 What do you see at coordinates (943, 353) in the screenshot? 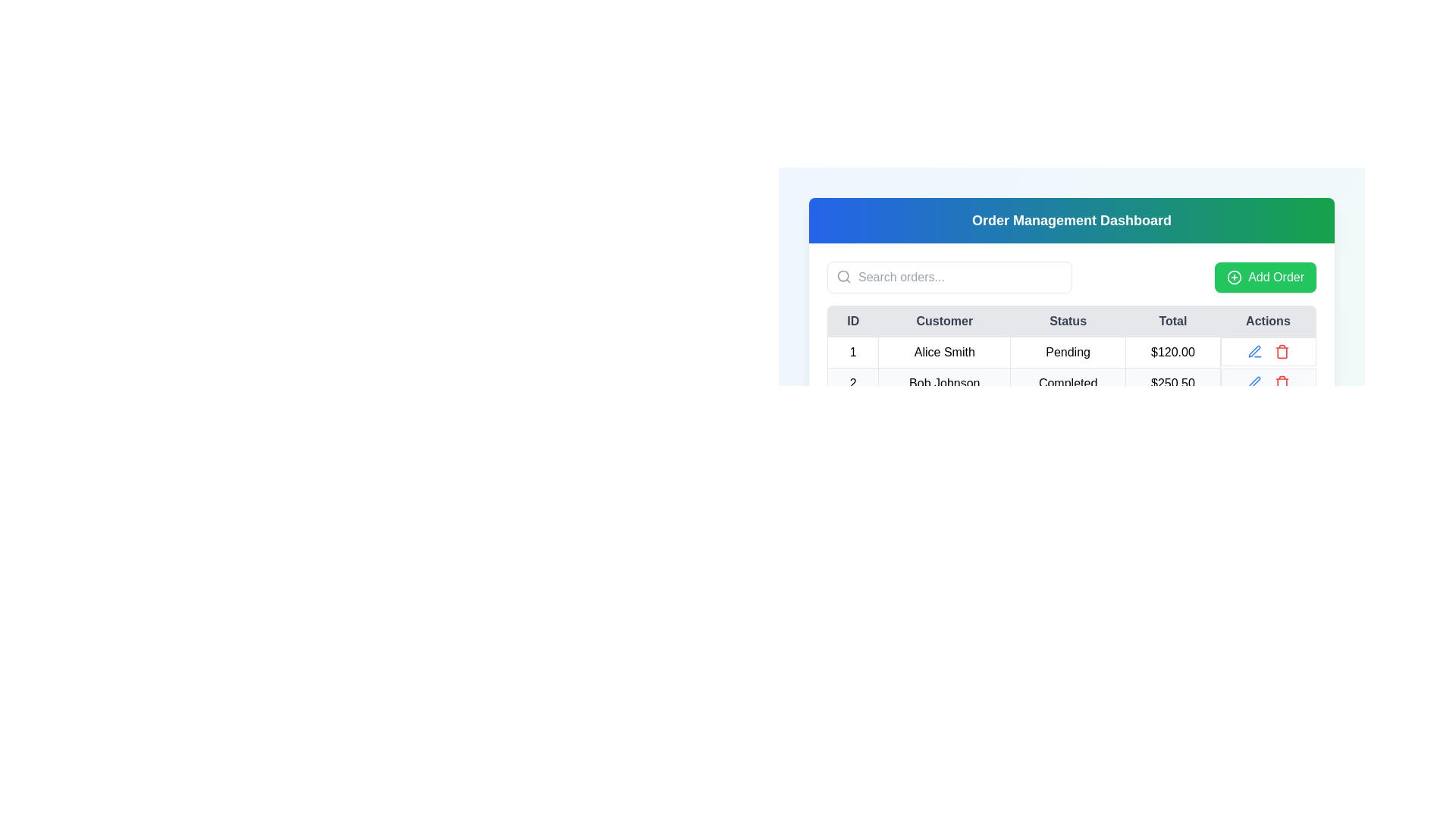
I see `the text label displaying 'Alice Smith' which is centered in a table cell under the 'Customer' column` at bounding box center [943, 353].